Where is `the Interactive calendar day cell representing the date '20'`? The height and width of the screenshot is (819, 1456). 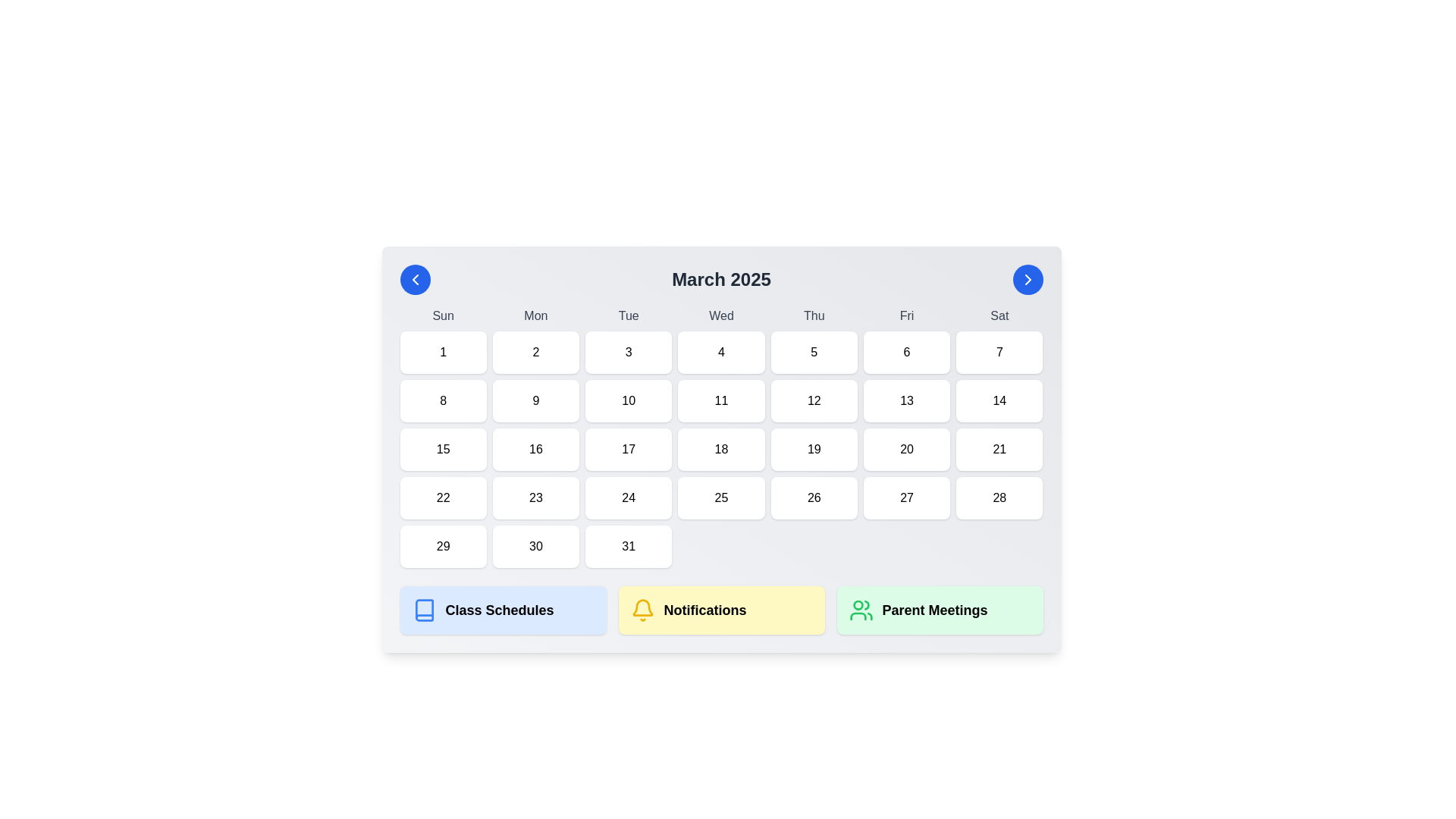 the Interactive calendar day cell representing the date '20' is located at coordinates (906, 449).